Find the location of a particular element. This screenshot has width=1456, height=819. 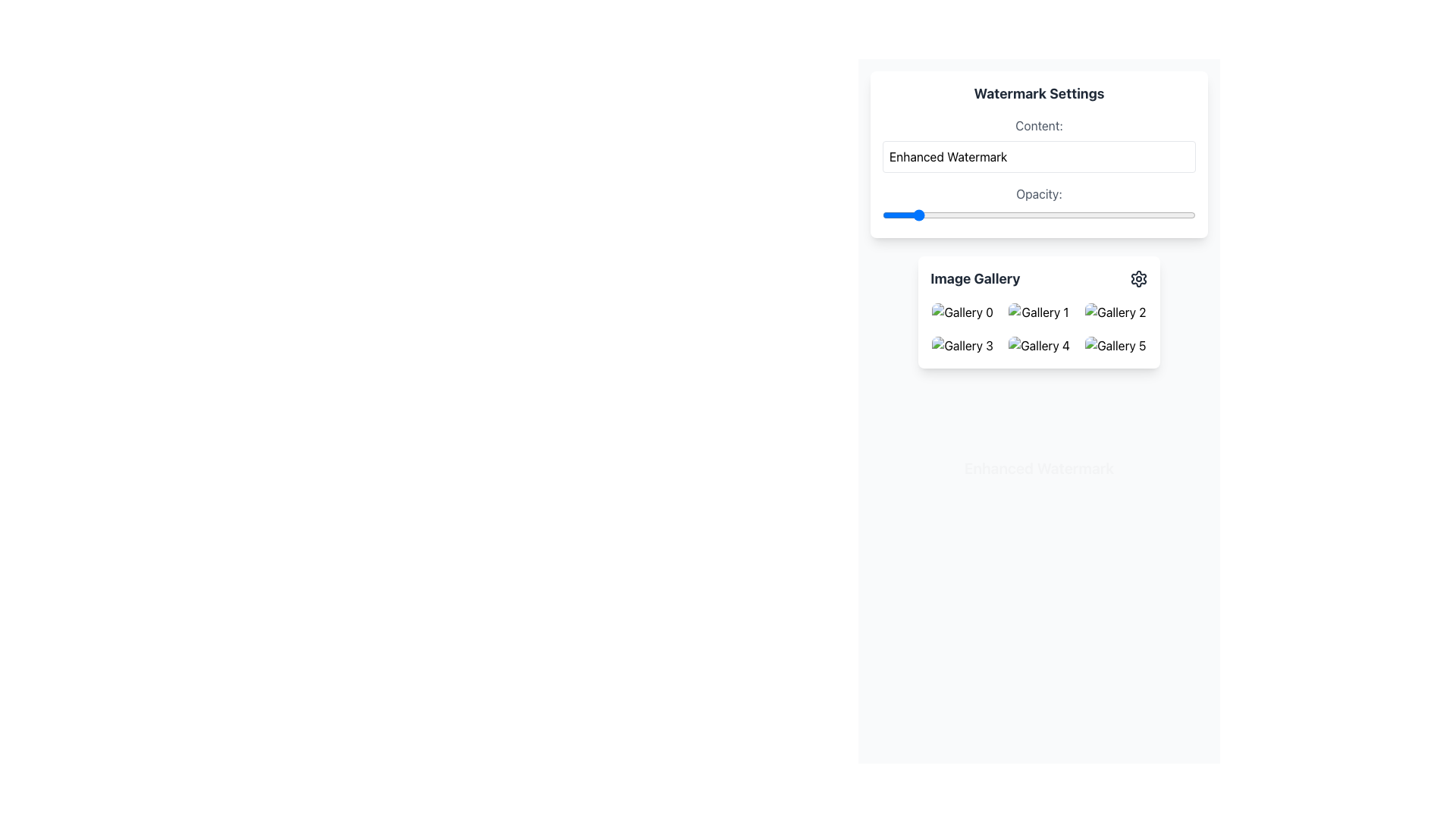

the first image thumbnail in the 'Image Gallery' section, which displays a generic landscape illustration and is labeled 'Gallery 0' is located at coordinates (961, 312).